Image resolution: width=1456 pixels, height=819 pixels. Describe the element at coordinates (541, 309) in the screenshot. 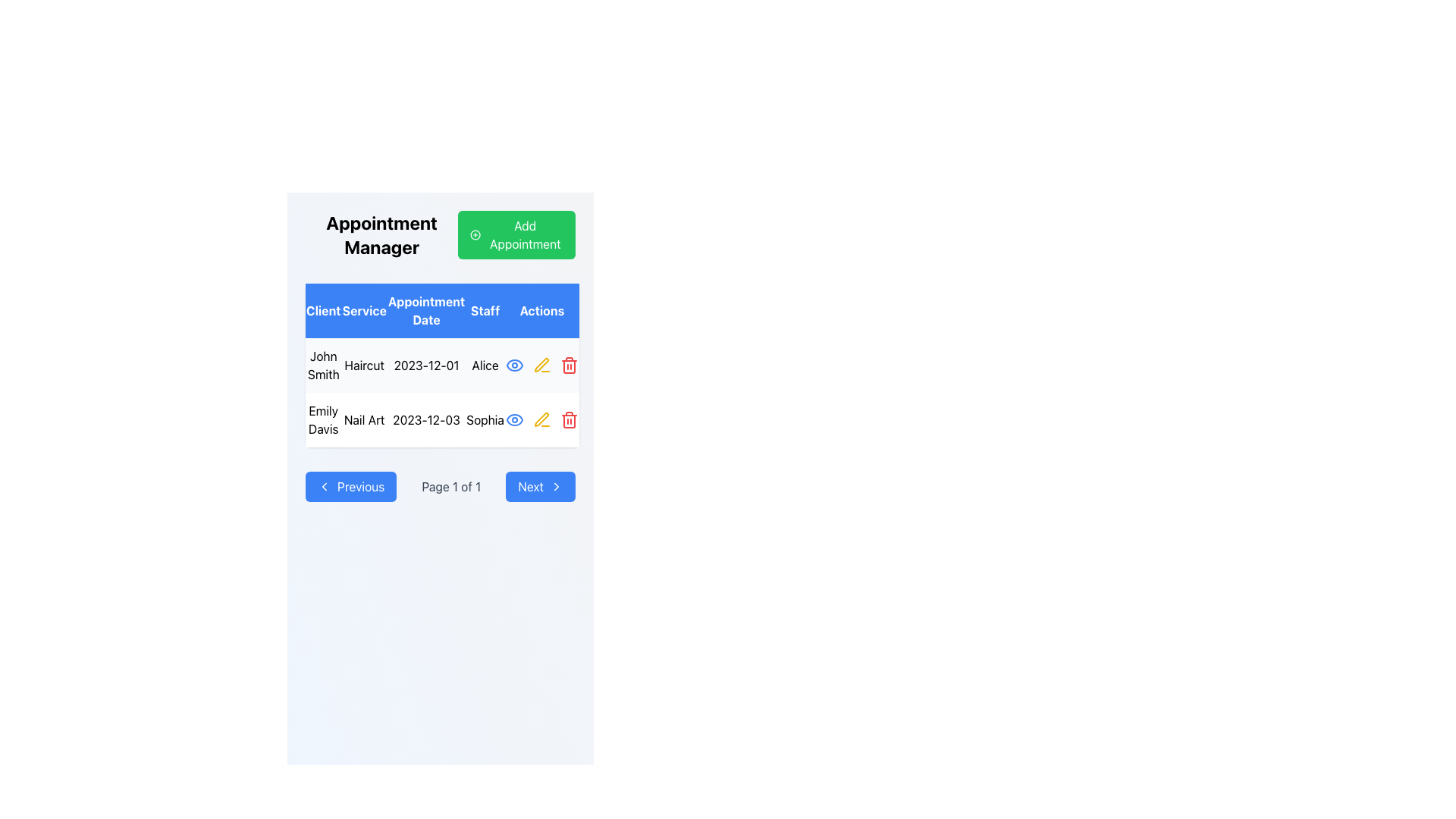

I see `text label located in the top-right corner of the table header row, which is the fifth column indicating action options for the table rows` at that location.